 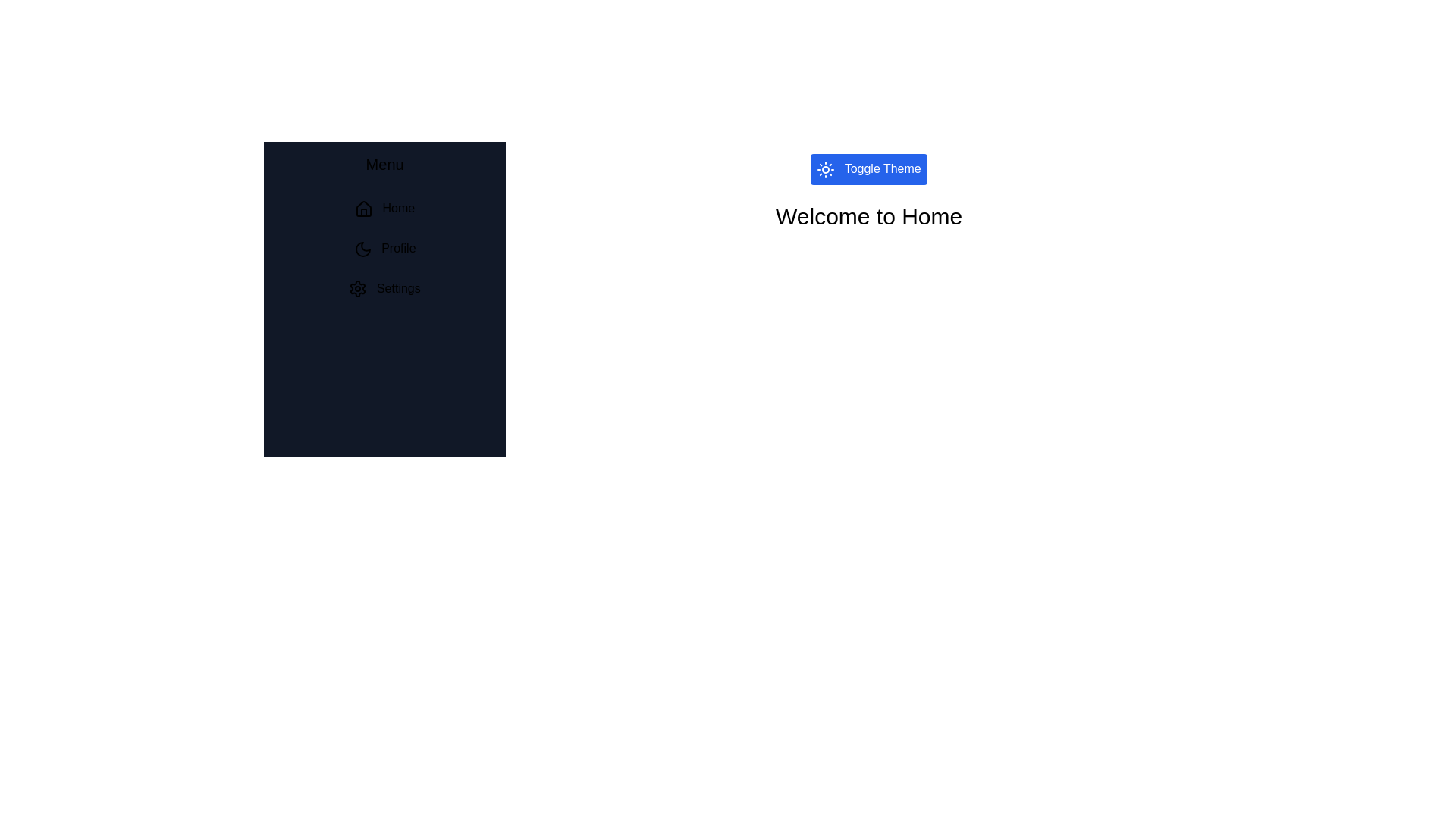 What do you see at coordinates (357, 289) in the screenshot?
I see `the icon next to the menu item Settings` at bounding box center [357, 289].